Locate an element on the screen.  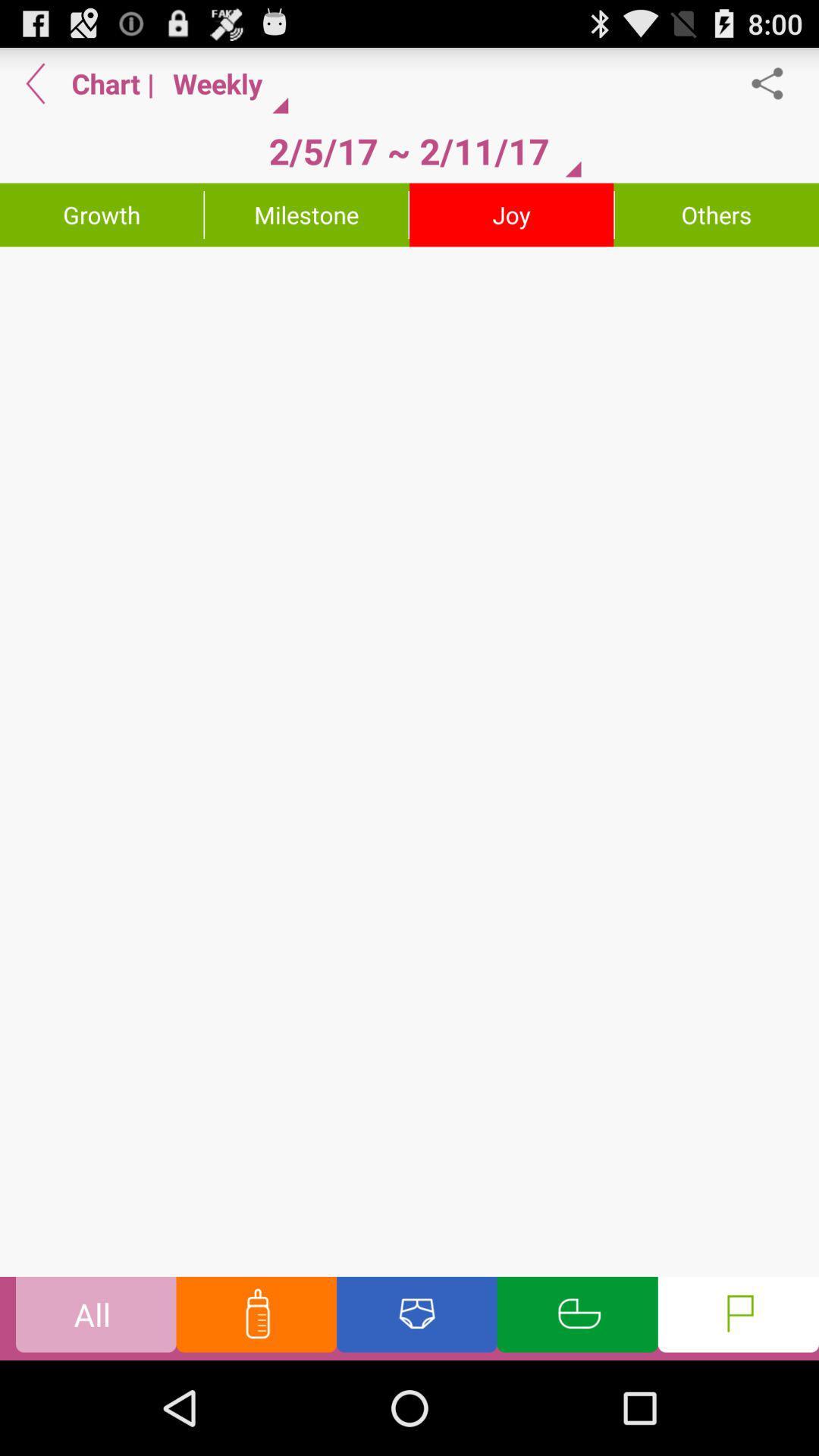
chart is located at coordinates (409, 761).